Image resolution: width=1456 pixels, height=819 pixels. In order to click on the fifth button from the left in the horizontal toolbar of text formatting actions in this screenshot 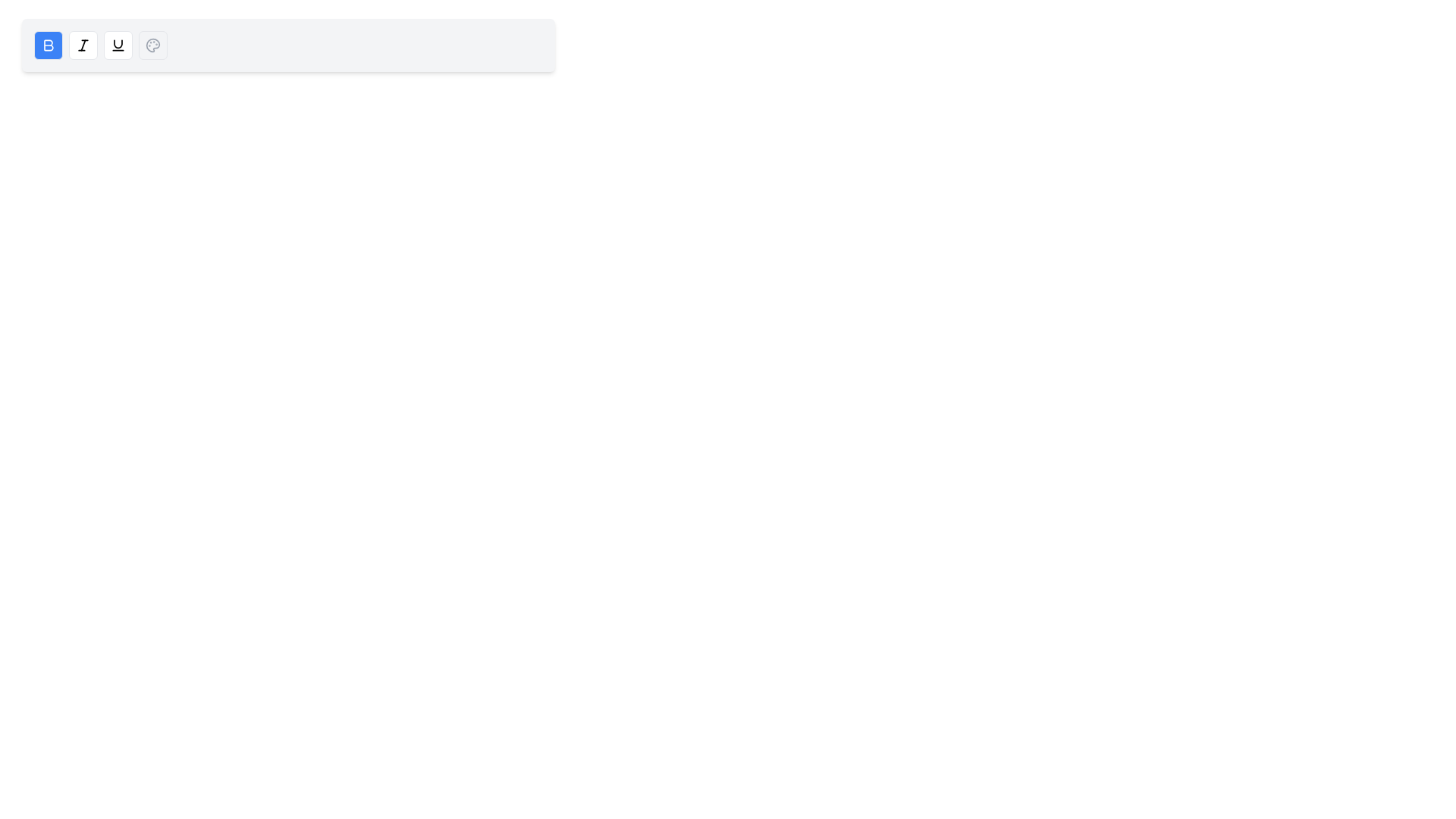, I will do `click(152, 45)`.